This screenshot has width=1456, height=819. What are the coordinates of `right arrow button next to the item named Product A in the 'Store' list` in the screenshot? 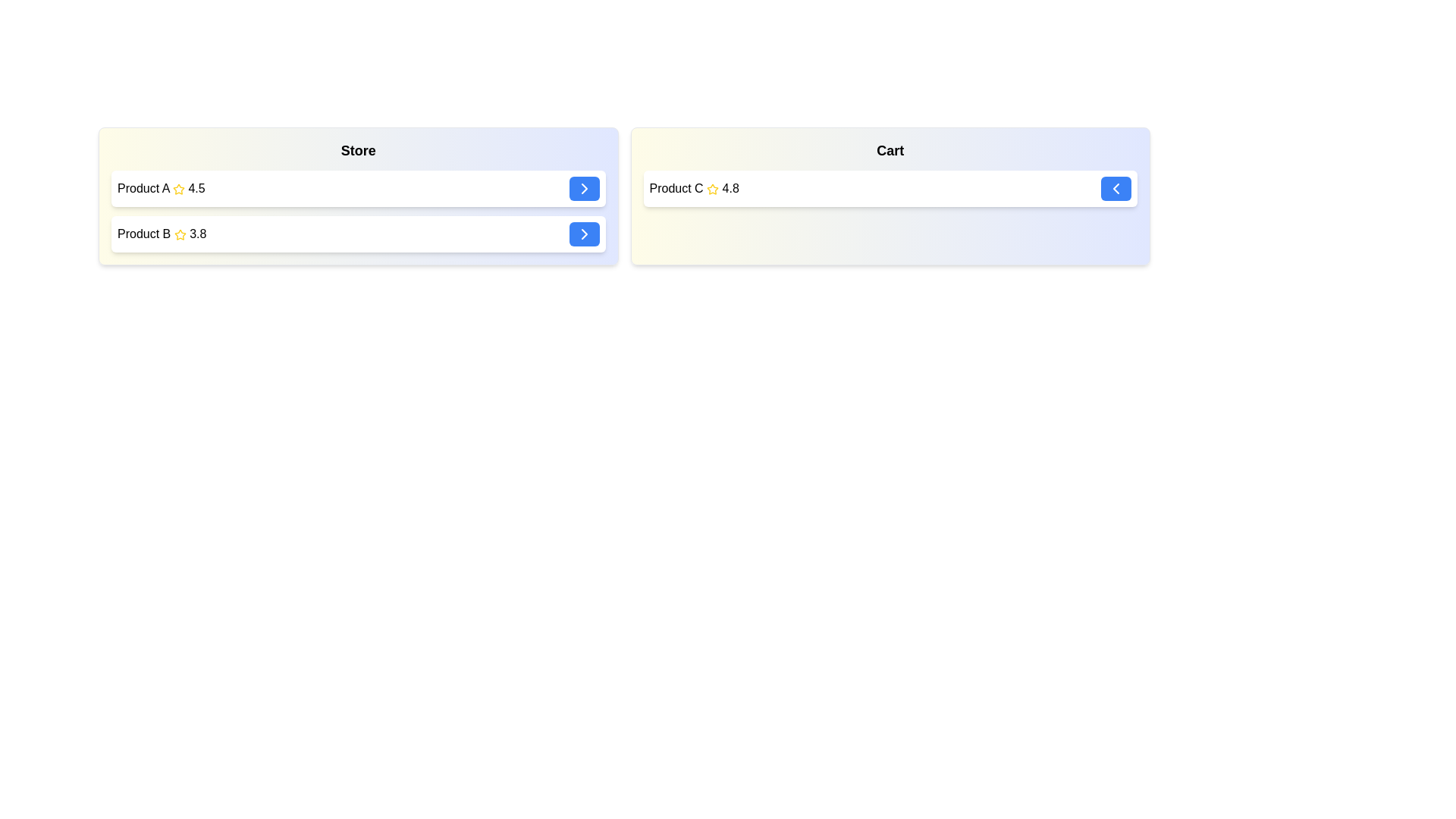 It's located at (583, 188).